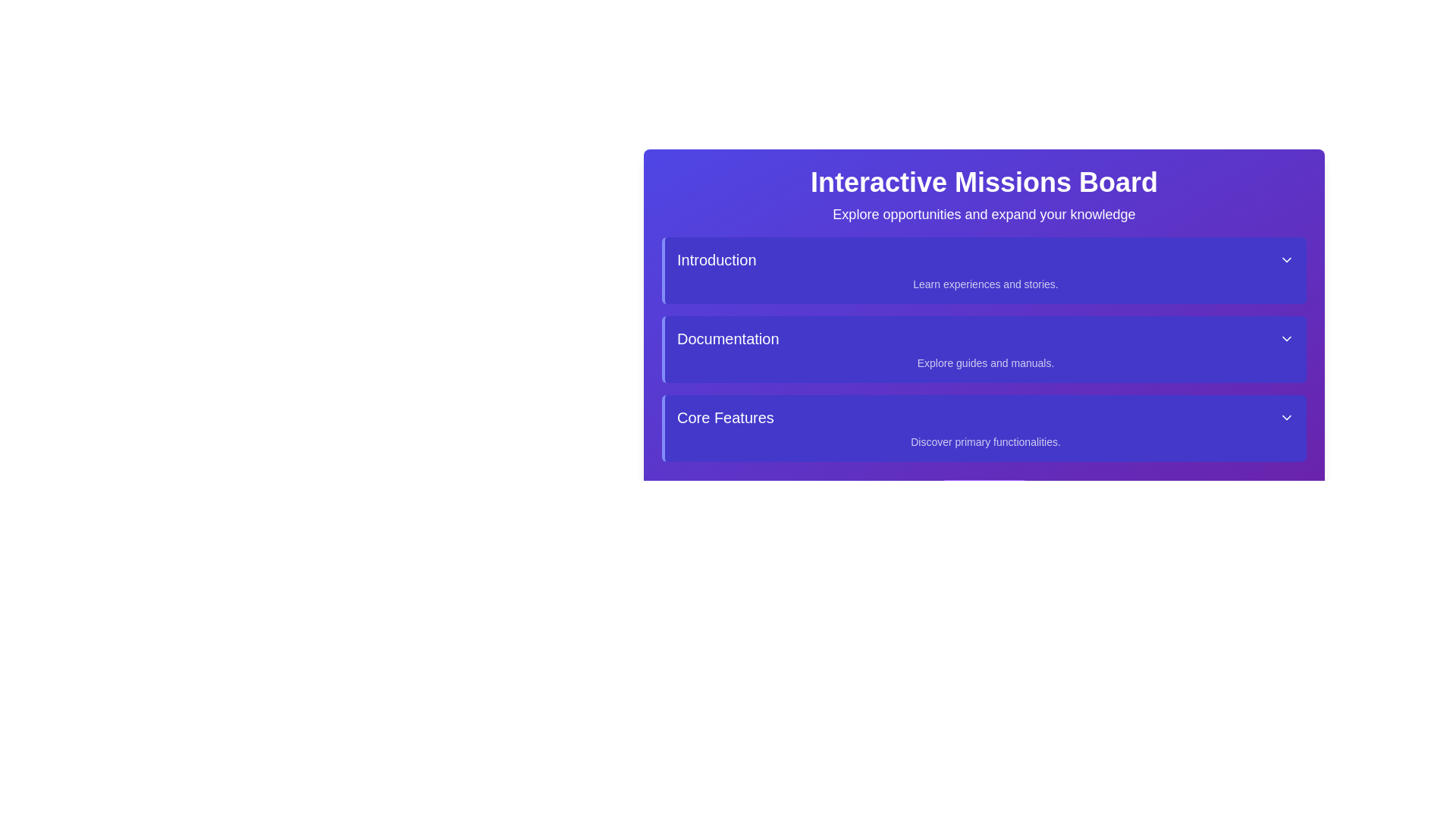  Describe the element at coordinates (986, 441) in the screenshot. I see `the text element displaying 'Discover primary functionalities.' that is located below 'Core Features'` at that location.